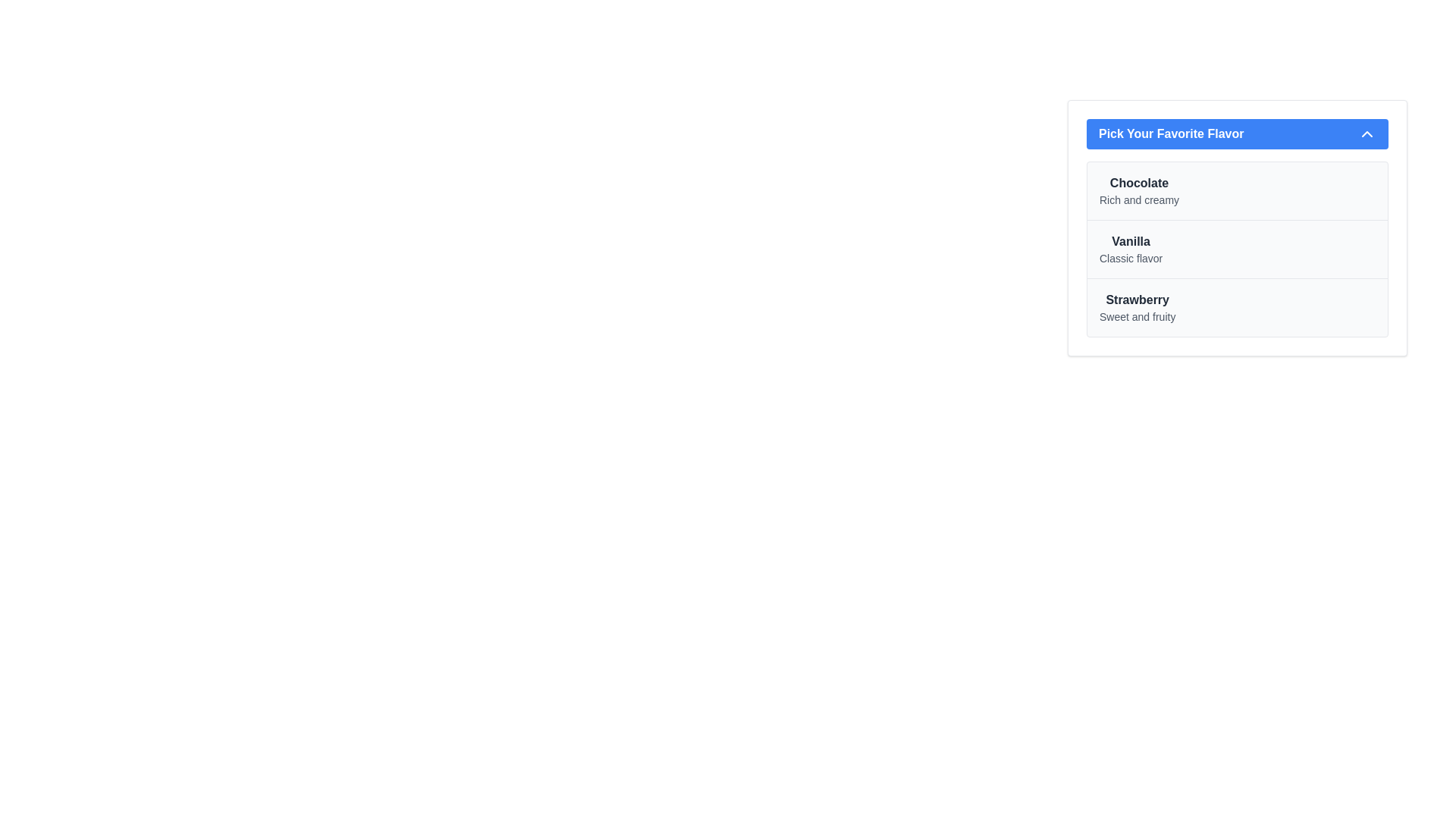 This screenshot has height=819, width=1456. I want to click on the 'Strawberry' text label, which is styled with a bold font and dark gray color, so click(1137, 300).